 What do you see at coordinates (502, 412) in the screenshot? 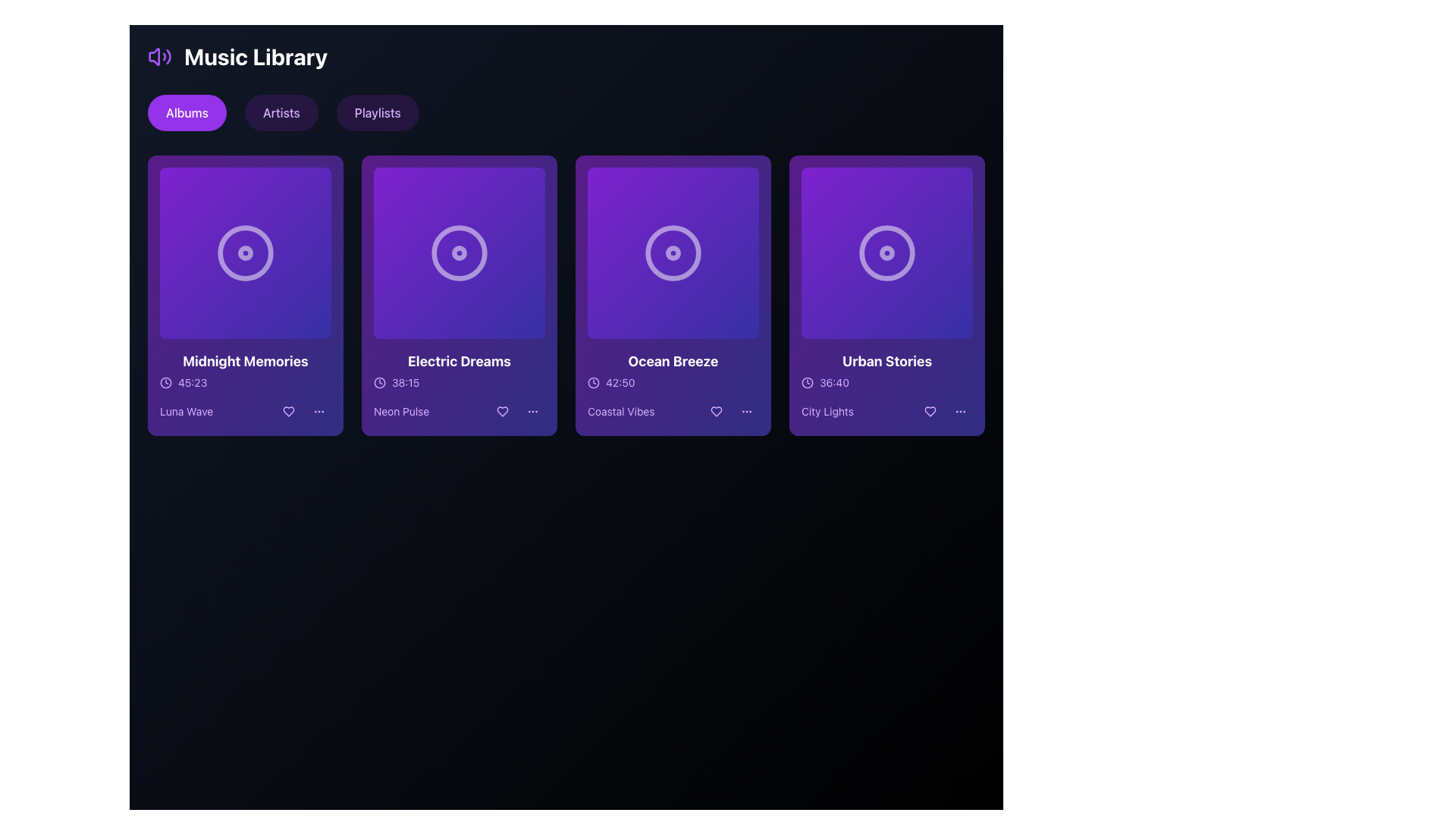
I see `the heart-shaped icon button in the second album card from the left` at bounding box center [502, 412].